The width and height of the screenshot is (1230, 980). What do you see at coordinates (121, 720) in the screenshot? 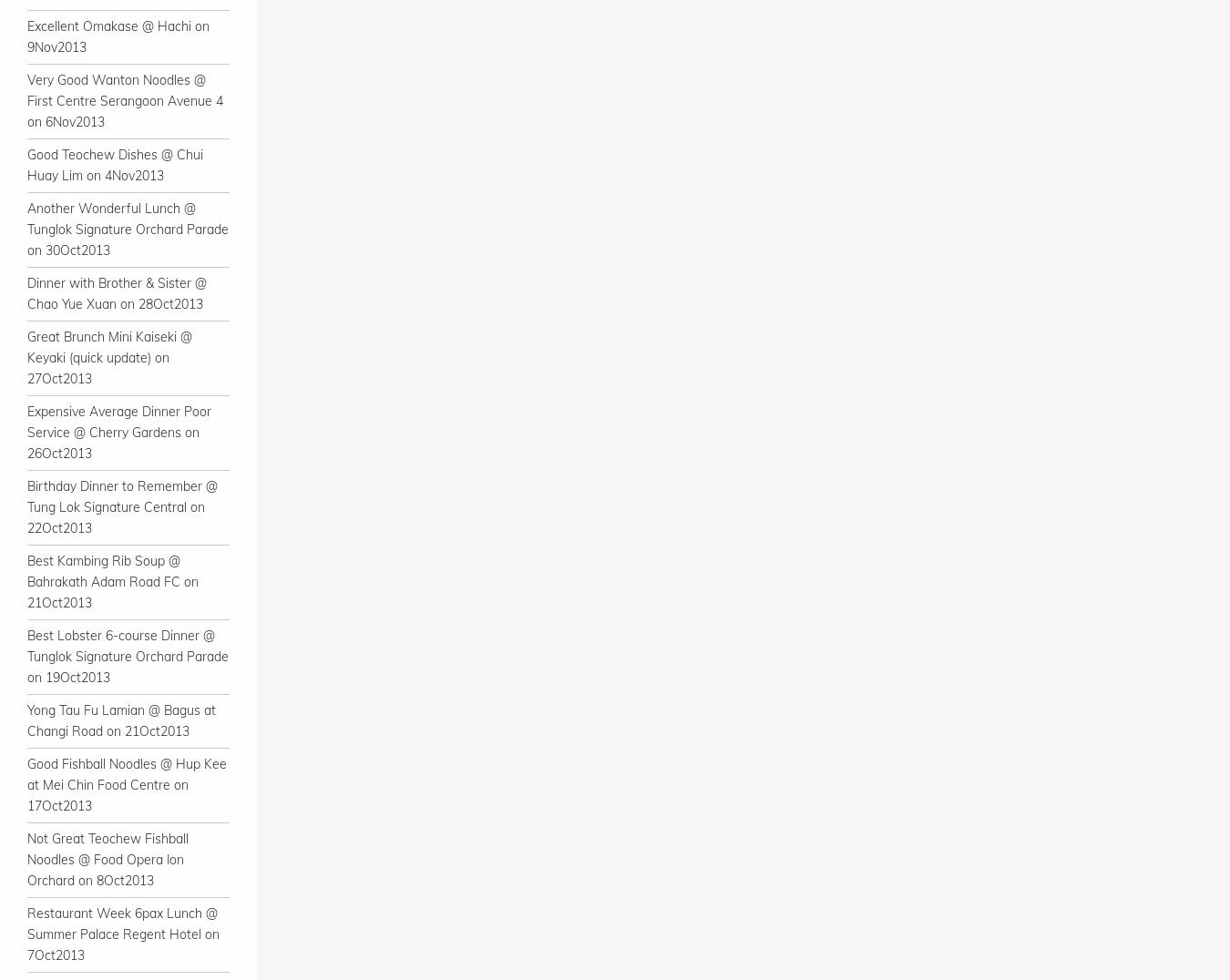
I see `'Yong Tau Fu Lamian @ Bagus at Changi Road on 21Oct2013'` at bounding box center [121, 720].